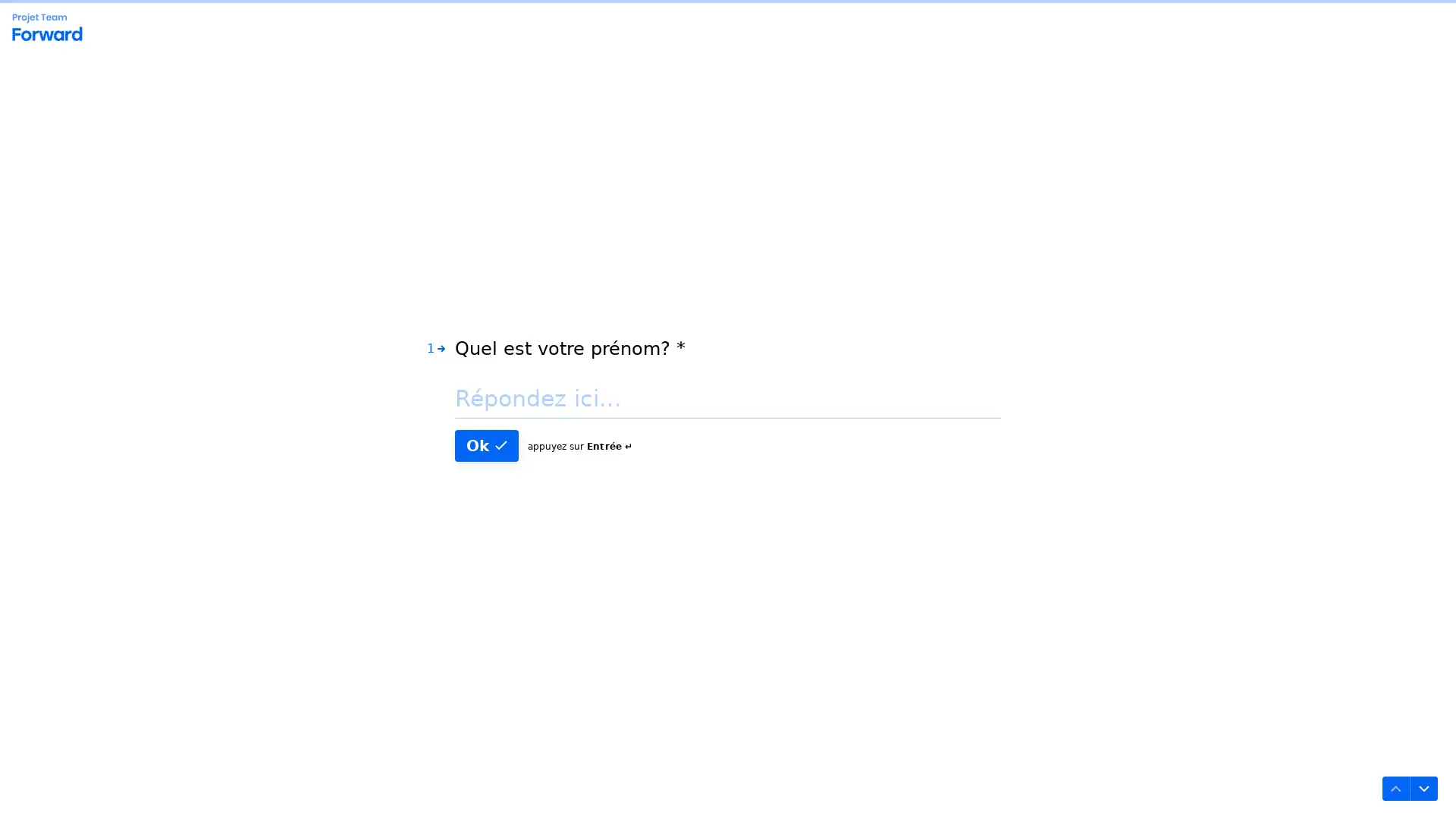 The width and height of the screenshot is (1456, 819). I want to click on Ok, so click(487, 444).